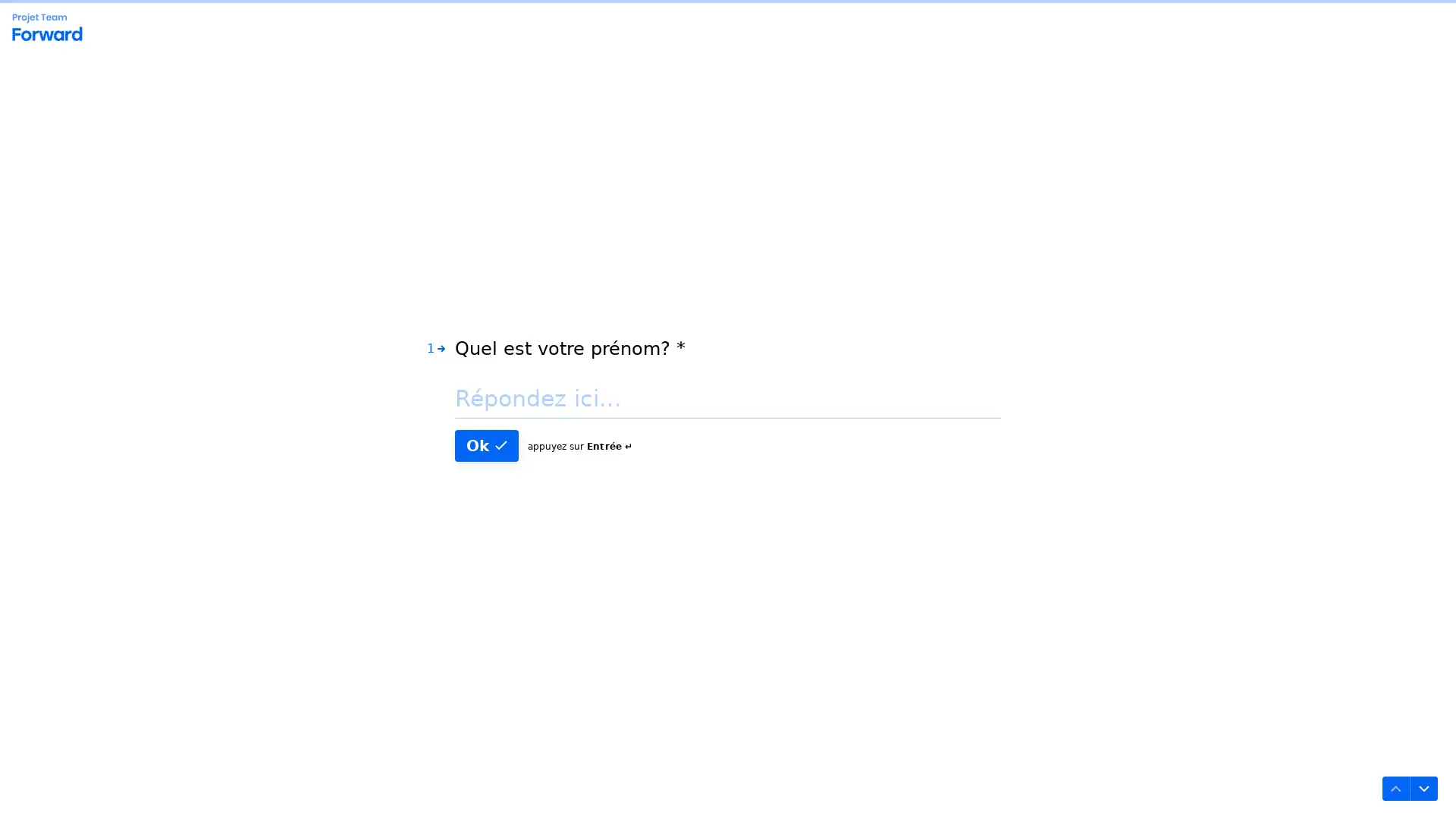 The width and height of the screenshot is (1456, 819). I want to click on Ok, so click(487, 444).